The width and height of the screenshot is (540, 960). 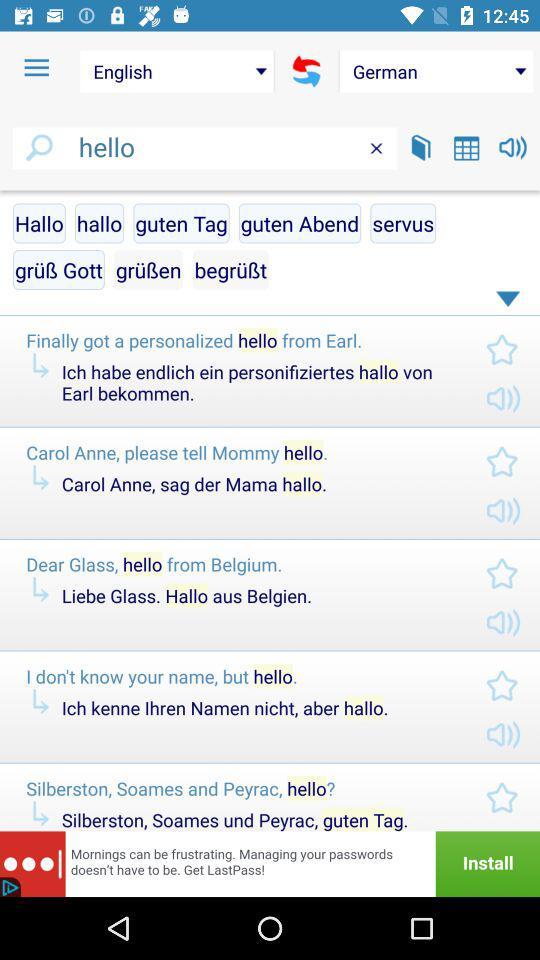 What do you see at coordinates (513, 146) in the screenshot?
I see `sound` at bounding box center [513, 146].